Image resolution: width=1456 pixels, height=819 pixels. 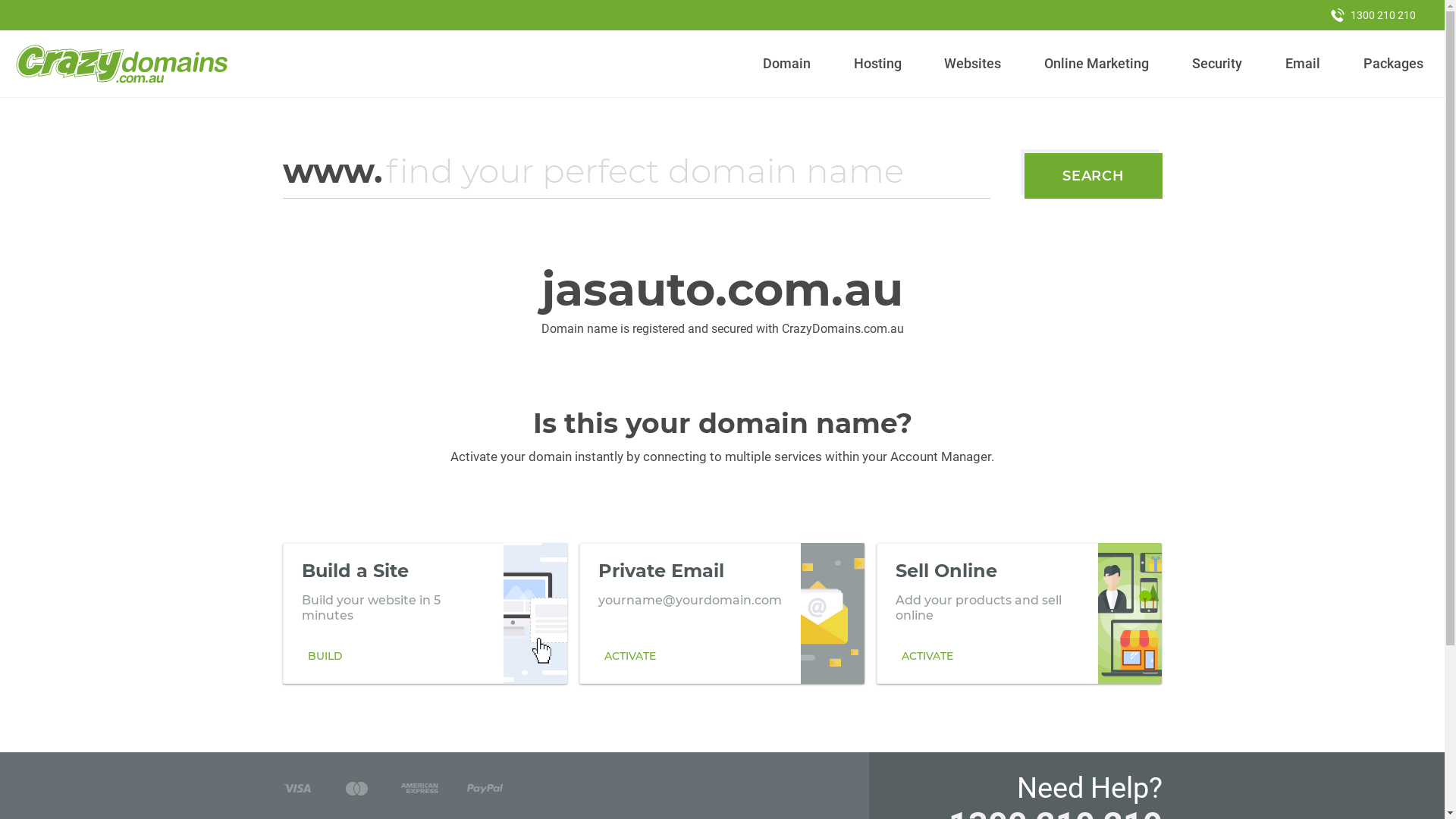 What do you see at coordinates (972, 63) in the screenshot?
I see `'Websites'` at bounding box center [972, 63].